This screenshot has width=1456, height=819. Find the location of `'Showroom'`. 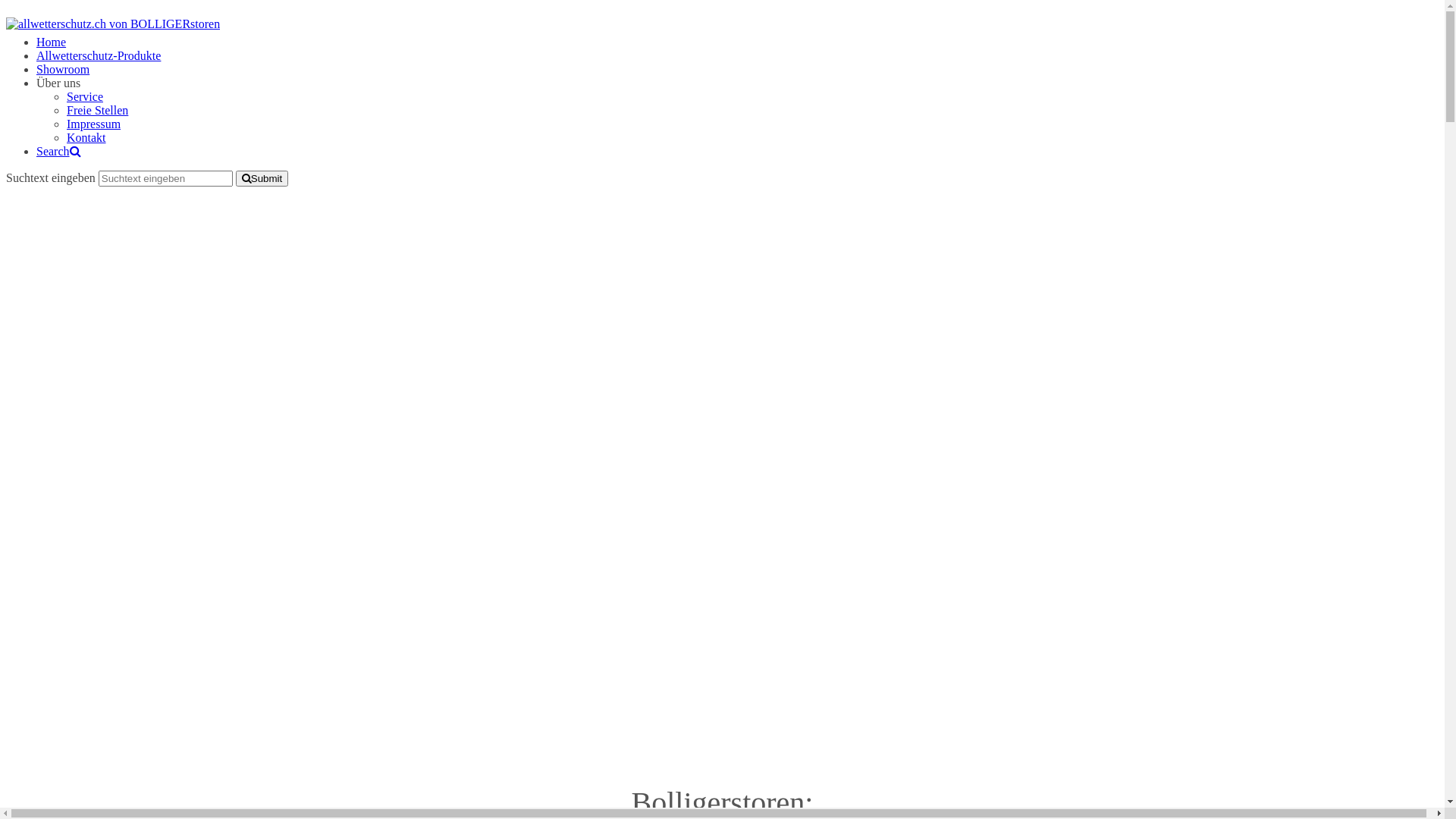

'Showroom' is located at coordinates (61, 69).